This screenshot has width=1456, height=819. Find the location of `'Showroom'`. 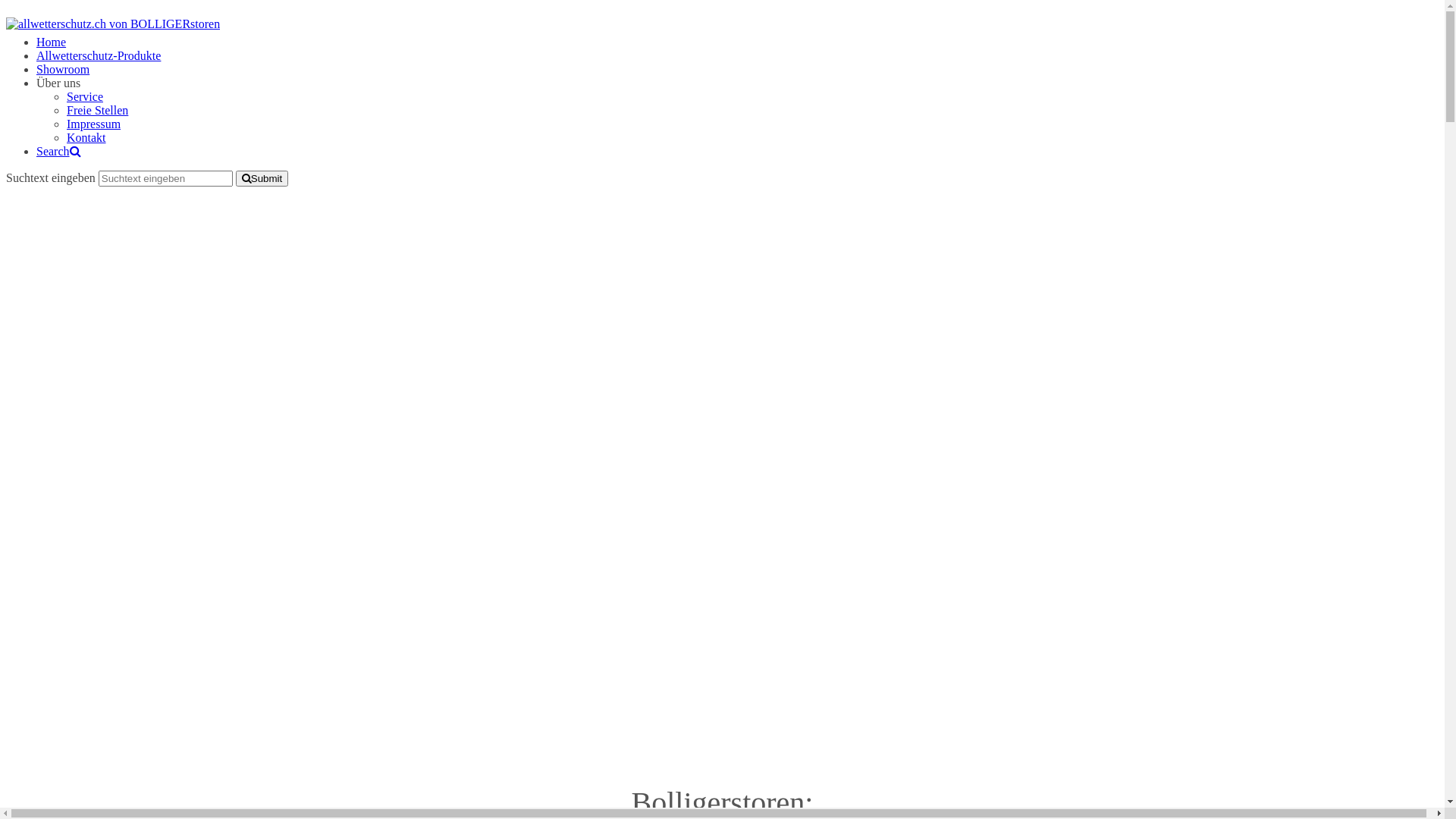

'Showroom' is located at coordinates (61, 69).